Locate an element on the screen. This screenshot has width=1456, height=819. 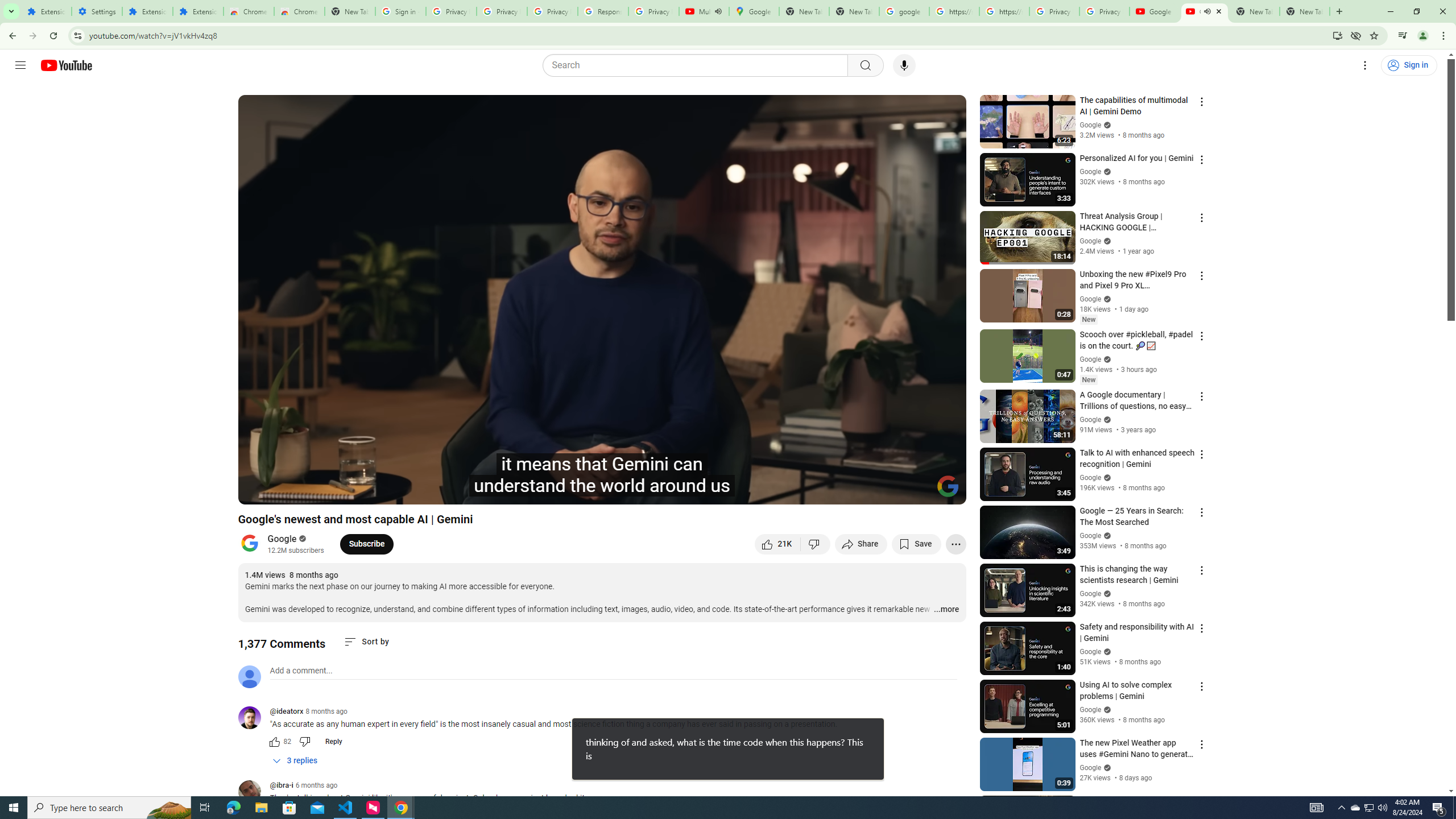
'More actions' is located at coordinates (955, 543).